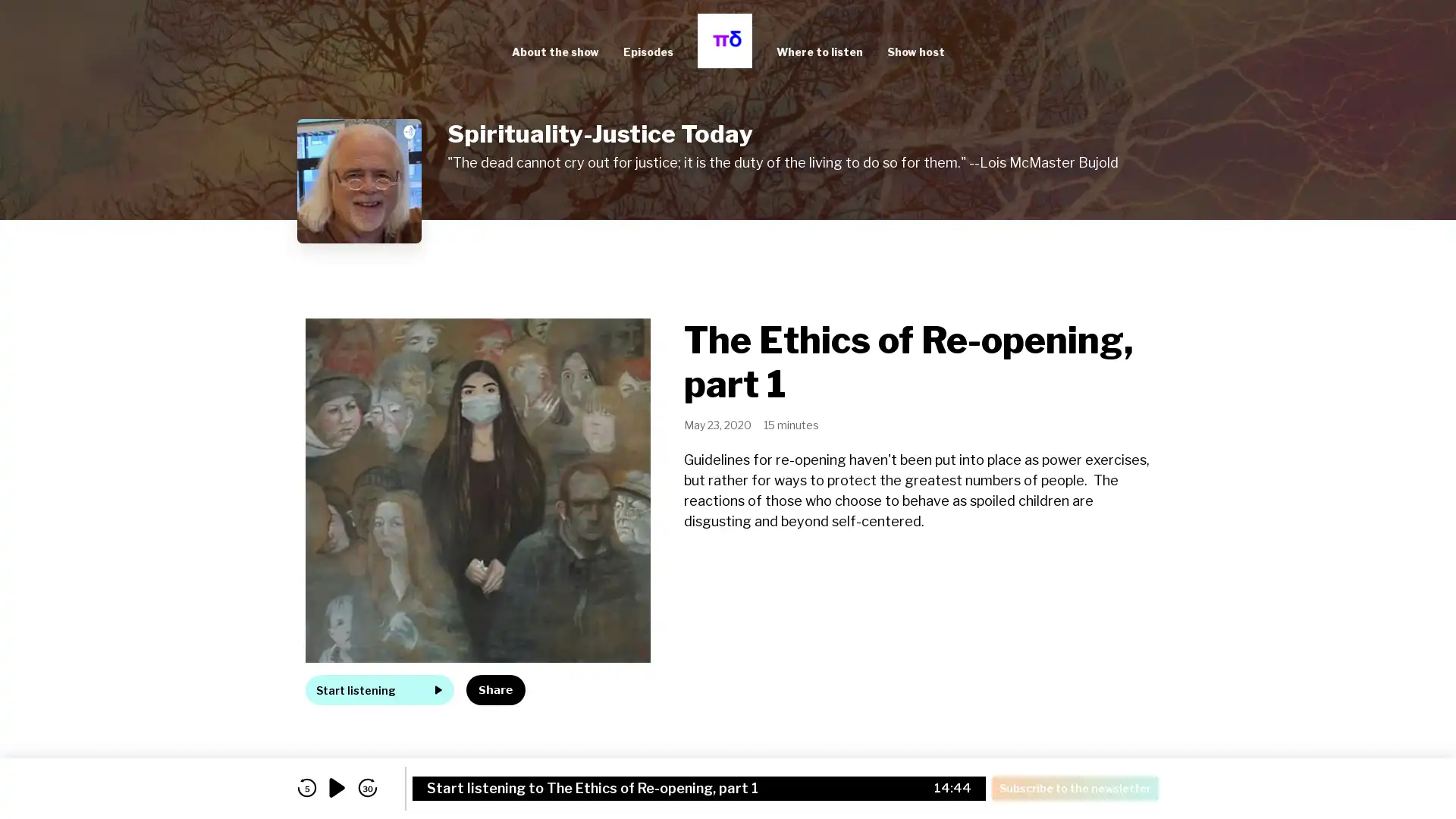 The image size is (1456, 819). I want to click on Start listening, so click(379, 690).